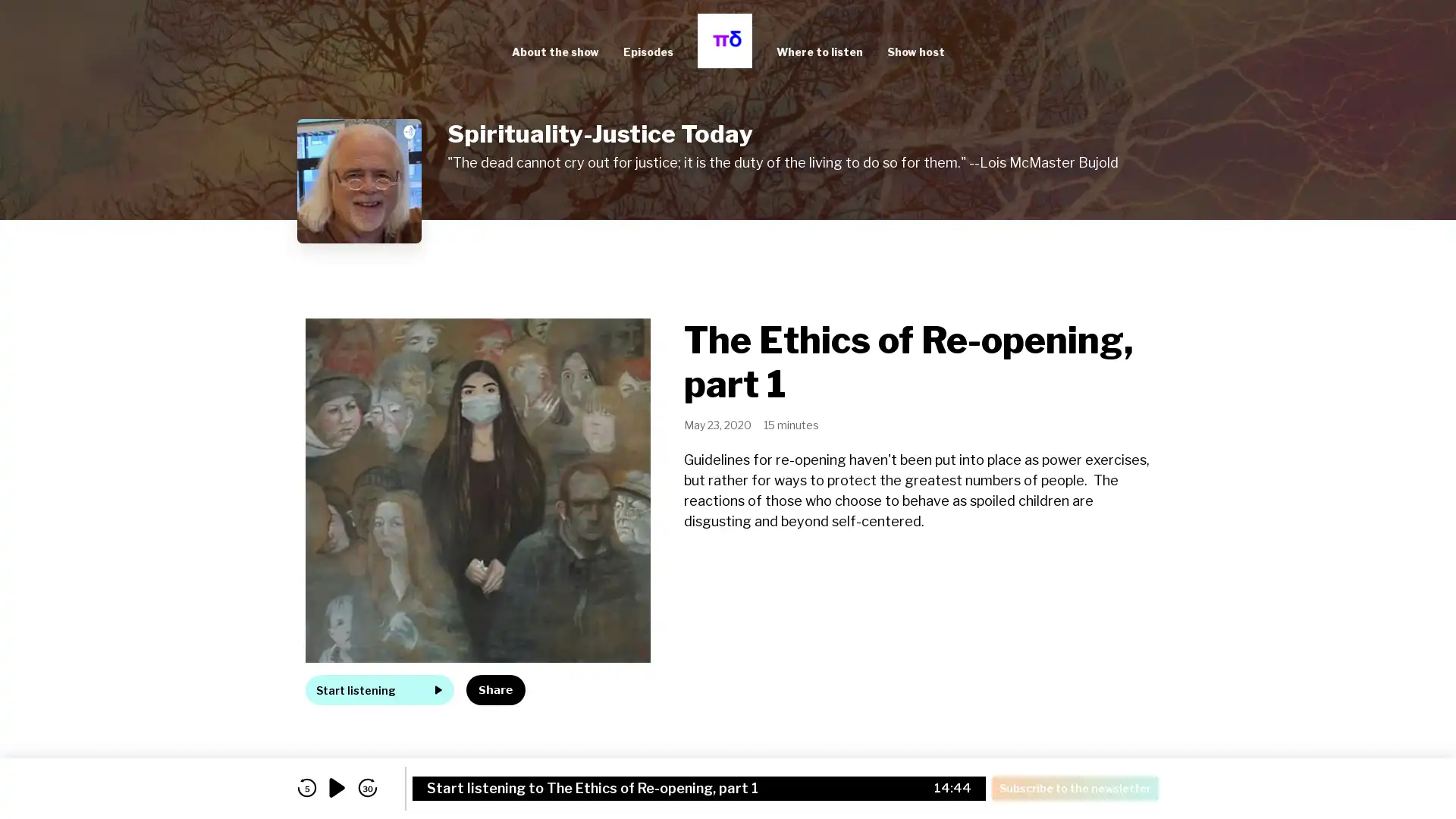 The image size is (1456, 819). I want to click on Start listening, so click(379, 690).